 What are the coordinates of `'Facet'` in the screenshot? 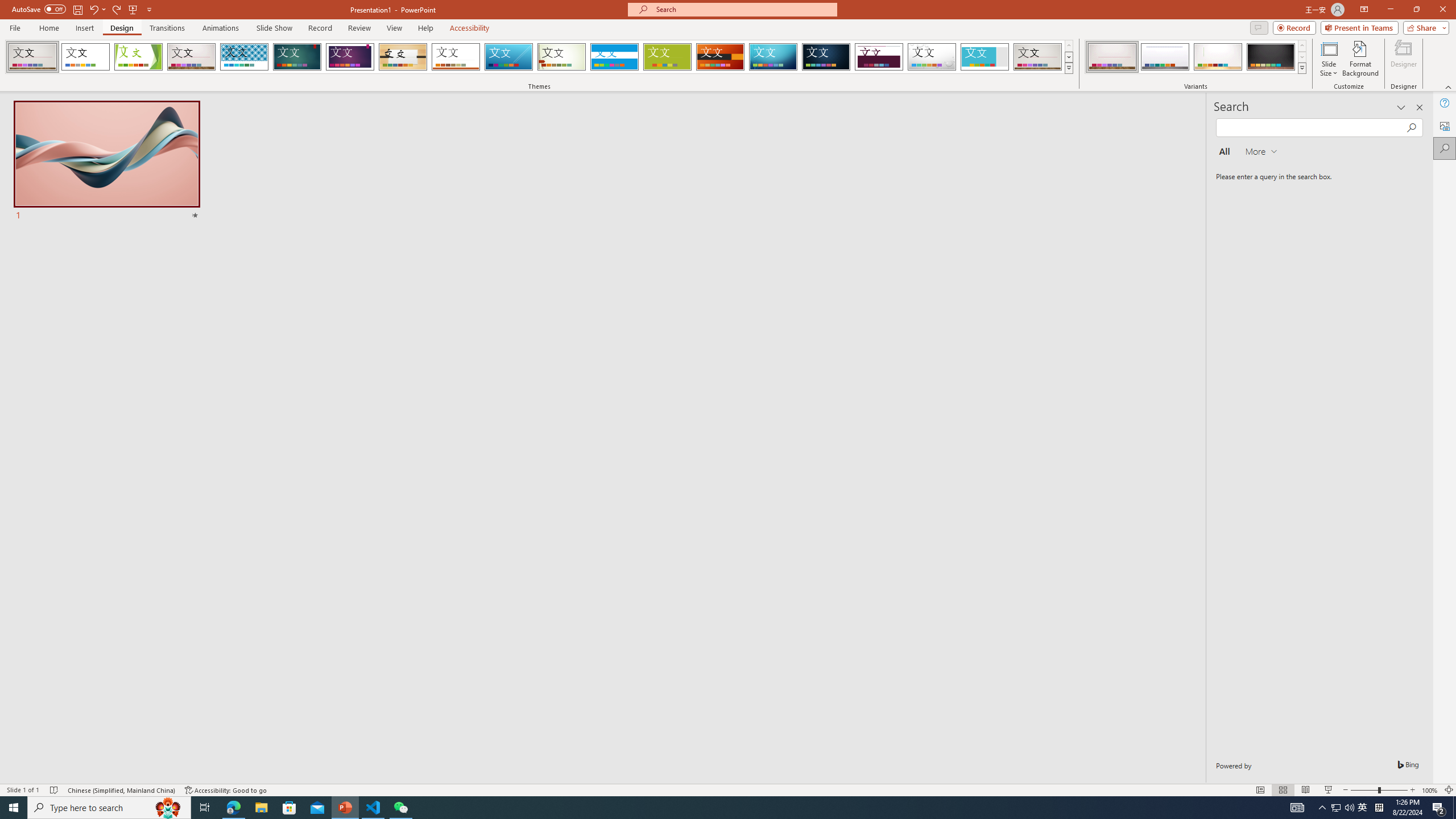 It's located at (138, 56).